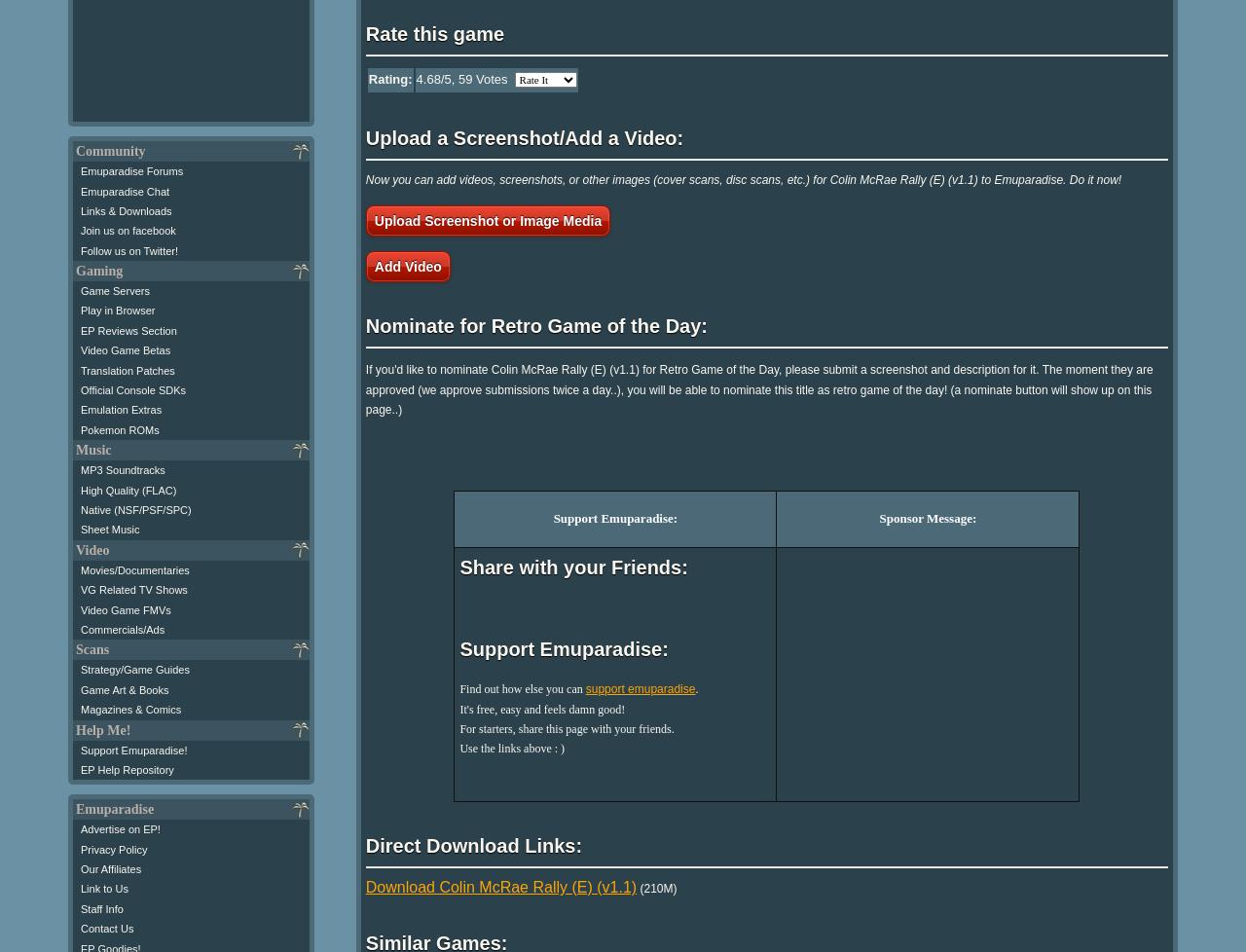 This screenshot has width=1246, height=952. Describe the element at coordinates (109, 151) in the screenshot. I see `'Community'` at that location.